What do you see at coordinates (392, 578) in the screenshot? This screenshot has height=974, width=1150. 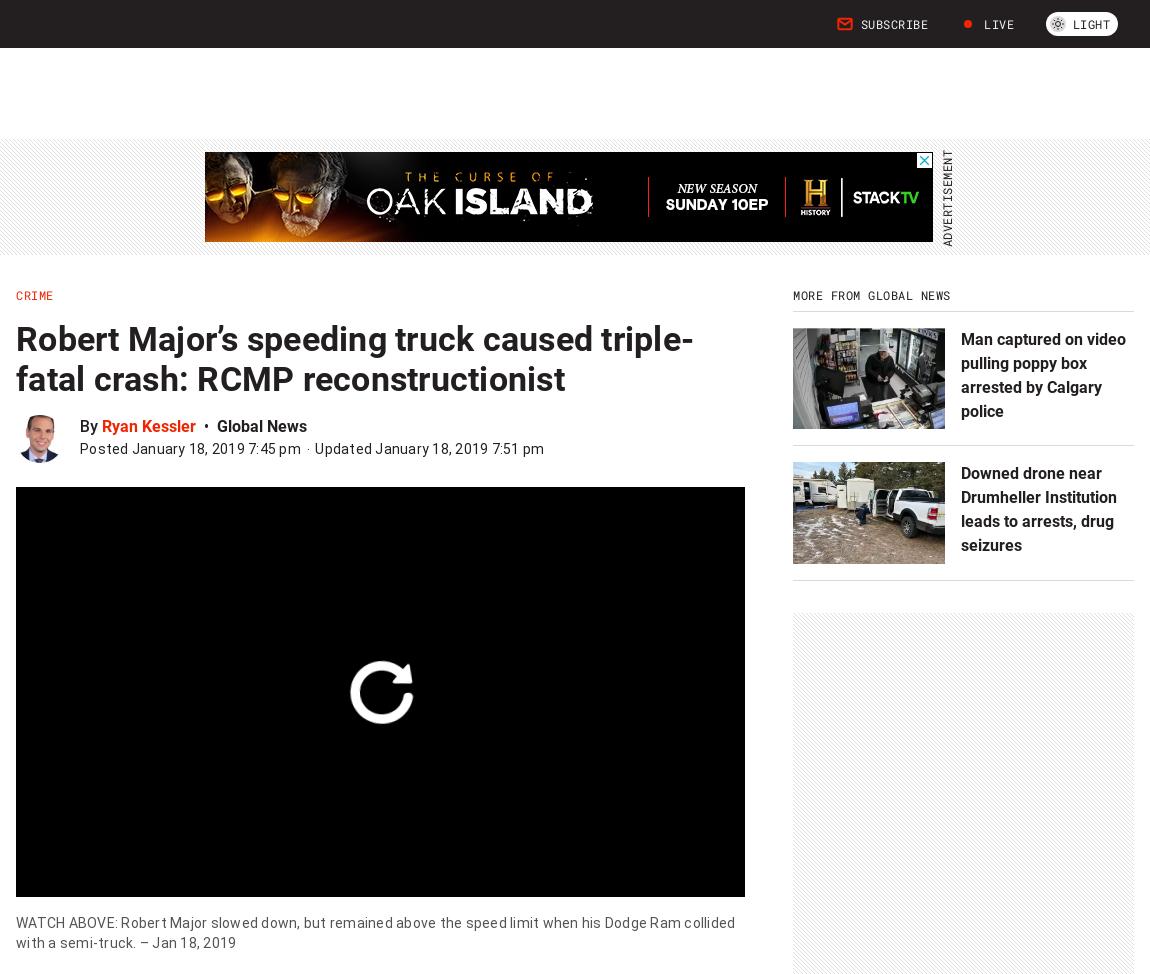 I see `'Most wanted: Years after Toronto teen stabbing hunt continues for suspect'` at bounding box center [392, 578].